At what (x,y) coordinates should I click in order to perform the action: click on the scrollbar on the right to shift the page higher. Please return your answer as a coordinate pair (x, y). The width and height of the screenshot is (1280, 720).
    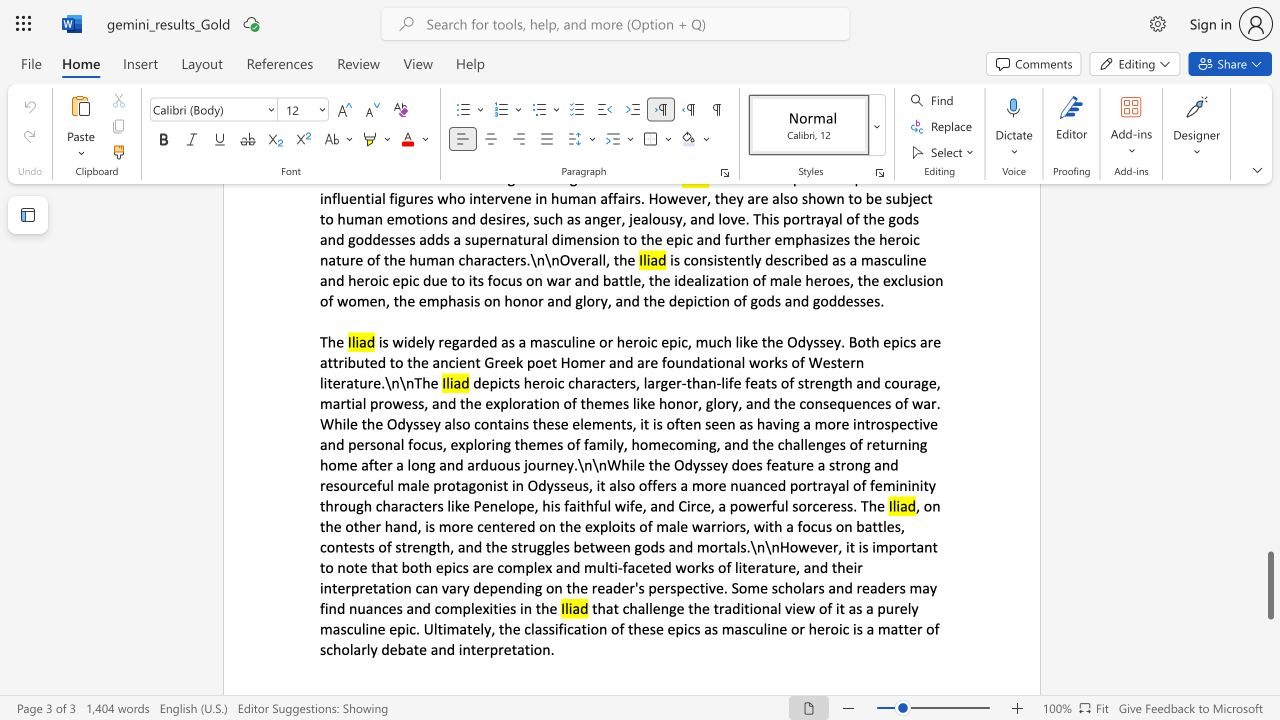
    Looking at the image, I should click on (1269, 470).